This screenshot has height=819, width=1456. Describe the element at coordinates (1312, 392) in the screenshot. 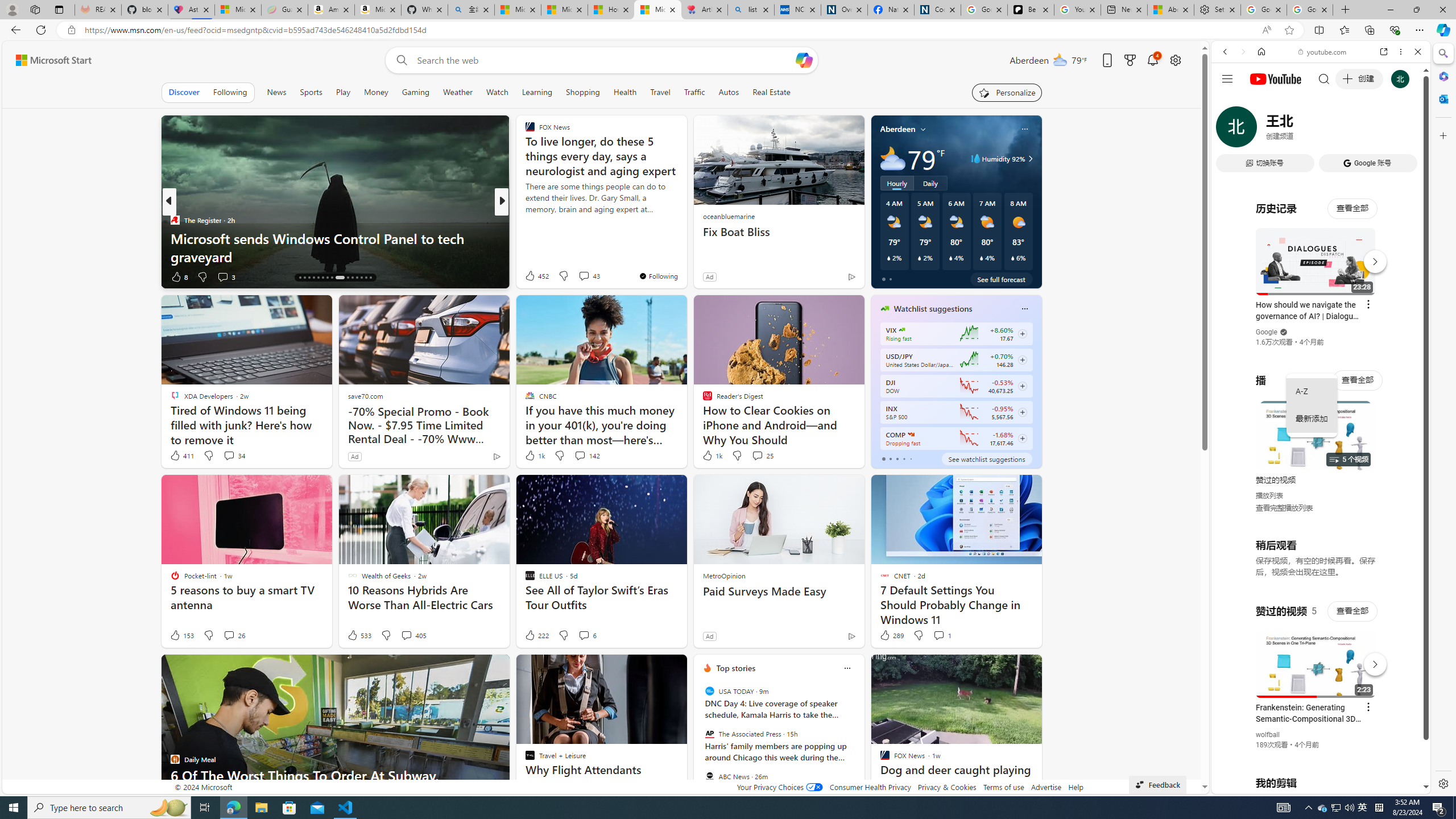

I see `'A-Z'` at that location.